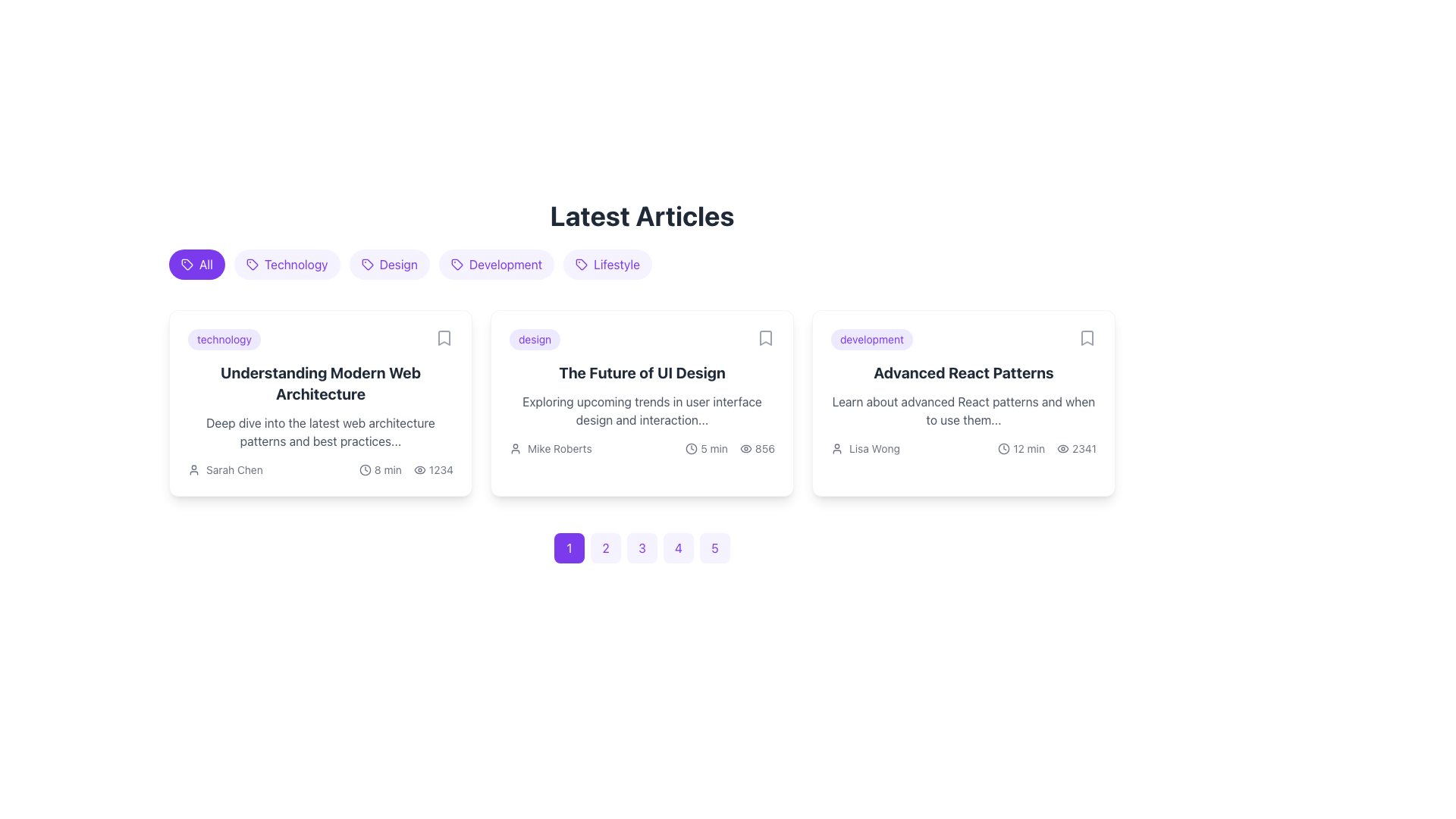  I want to click on the circular button with a violet background and the number '3' to observe its visual change, so click(642, 548).